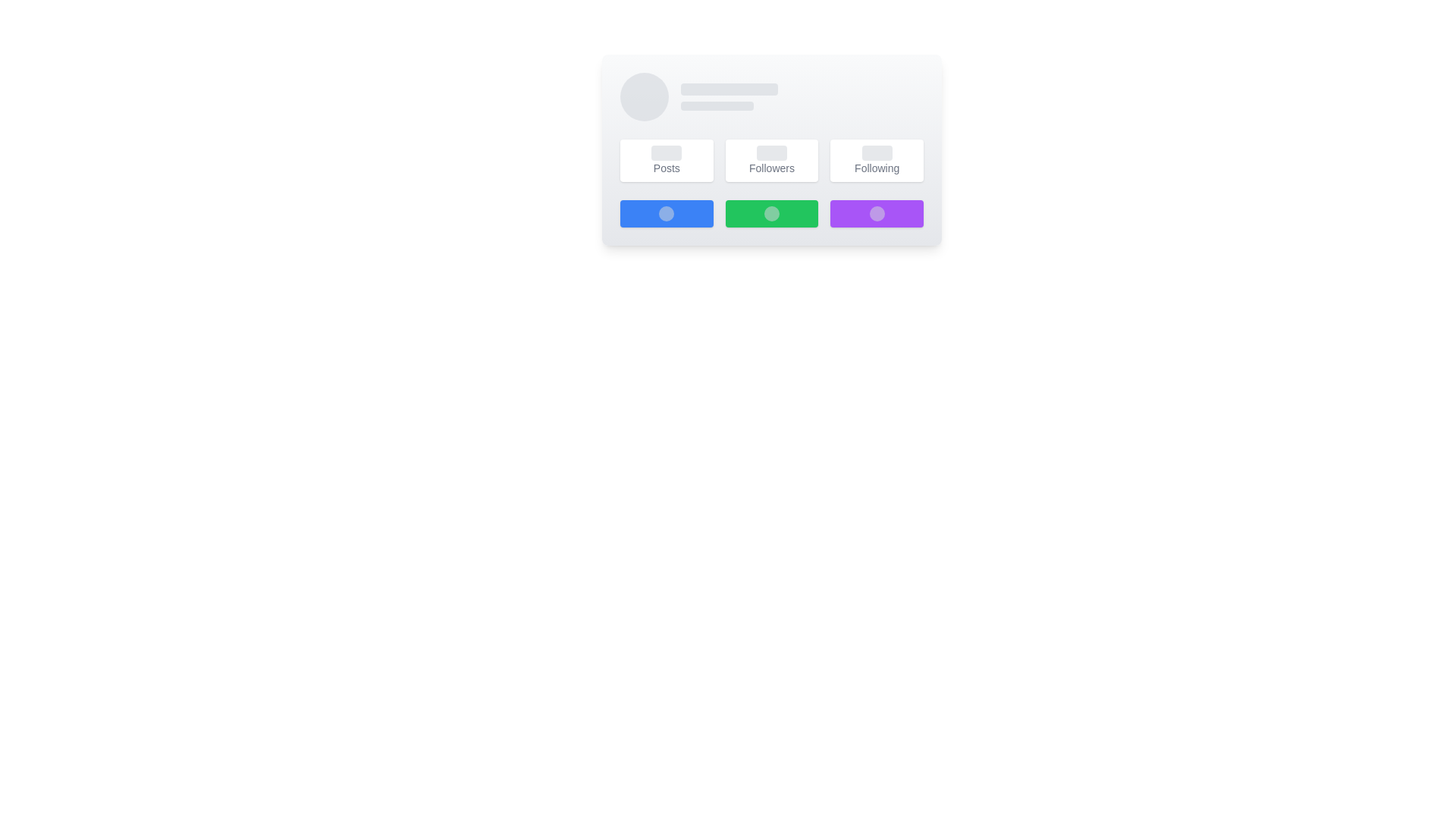  What do you see at coordinates (729, 89) in the screenshot?
I see `the horizontal, rectangular placeholder bar styled with a subtle animation and light gray color, located at the top center of the card-like area` at bounding box center [729, 89].